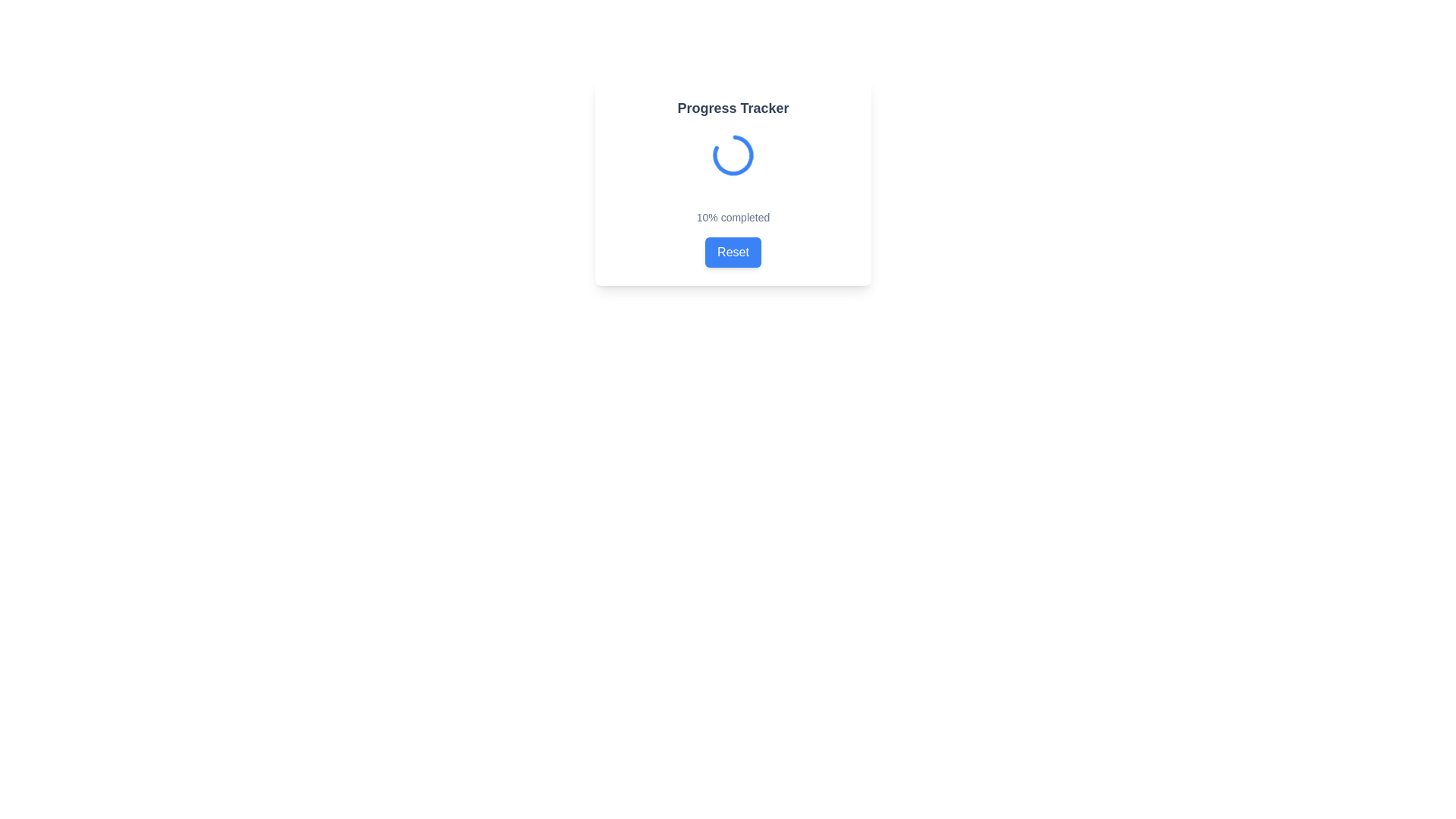  Describe the element at coordinates (733, 155) in the screenshot. I see `the Spinner or Loader Indicator located centrally within the 'Progress Tracker' module, which is positioned below the title and above the '10% completed' indicator and the 'Reset' button` at that location.